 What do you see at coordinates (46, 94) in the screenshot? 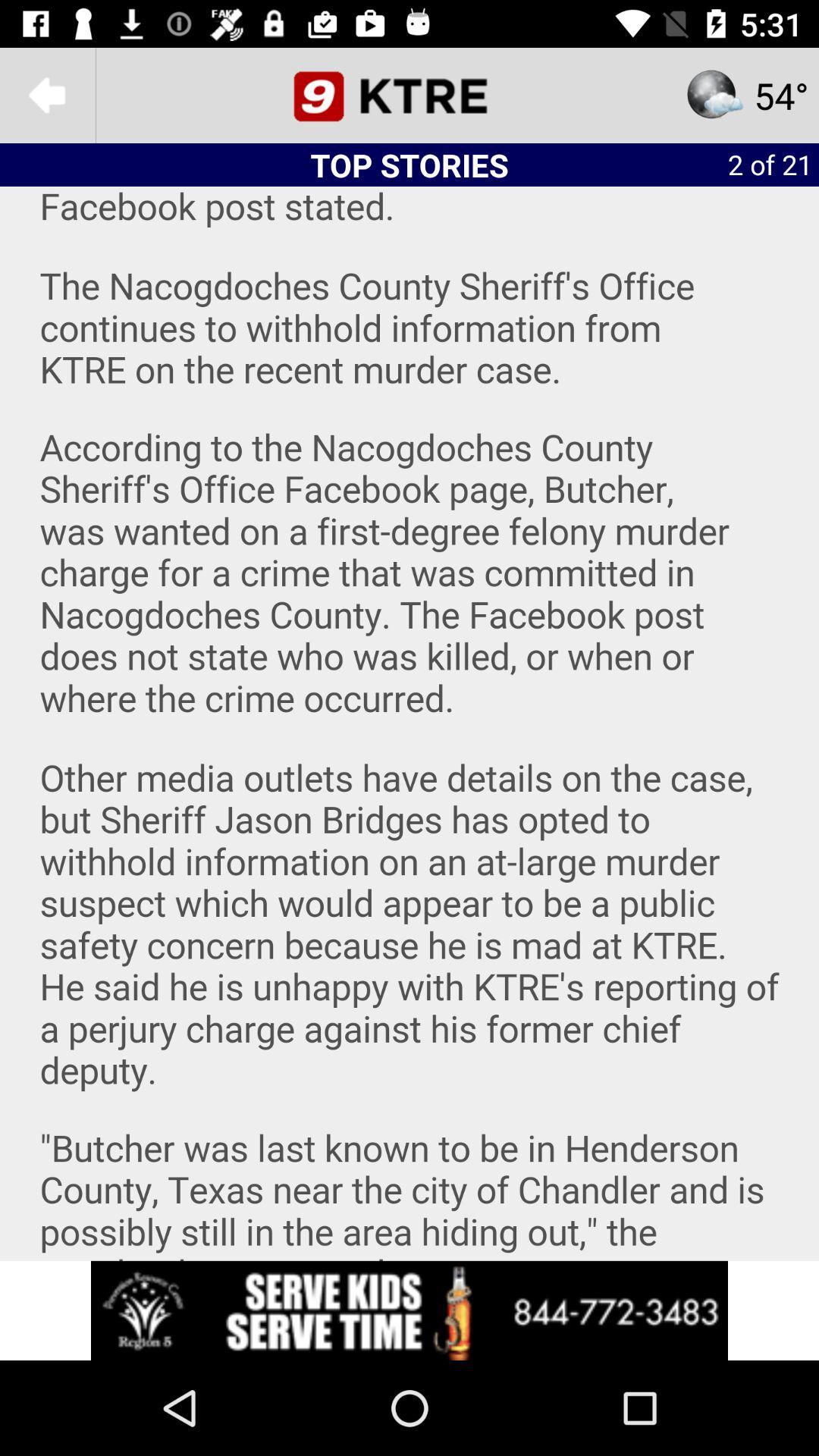
I see `the arrow_backward icon` at bounding box center [46, 94].